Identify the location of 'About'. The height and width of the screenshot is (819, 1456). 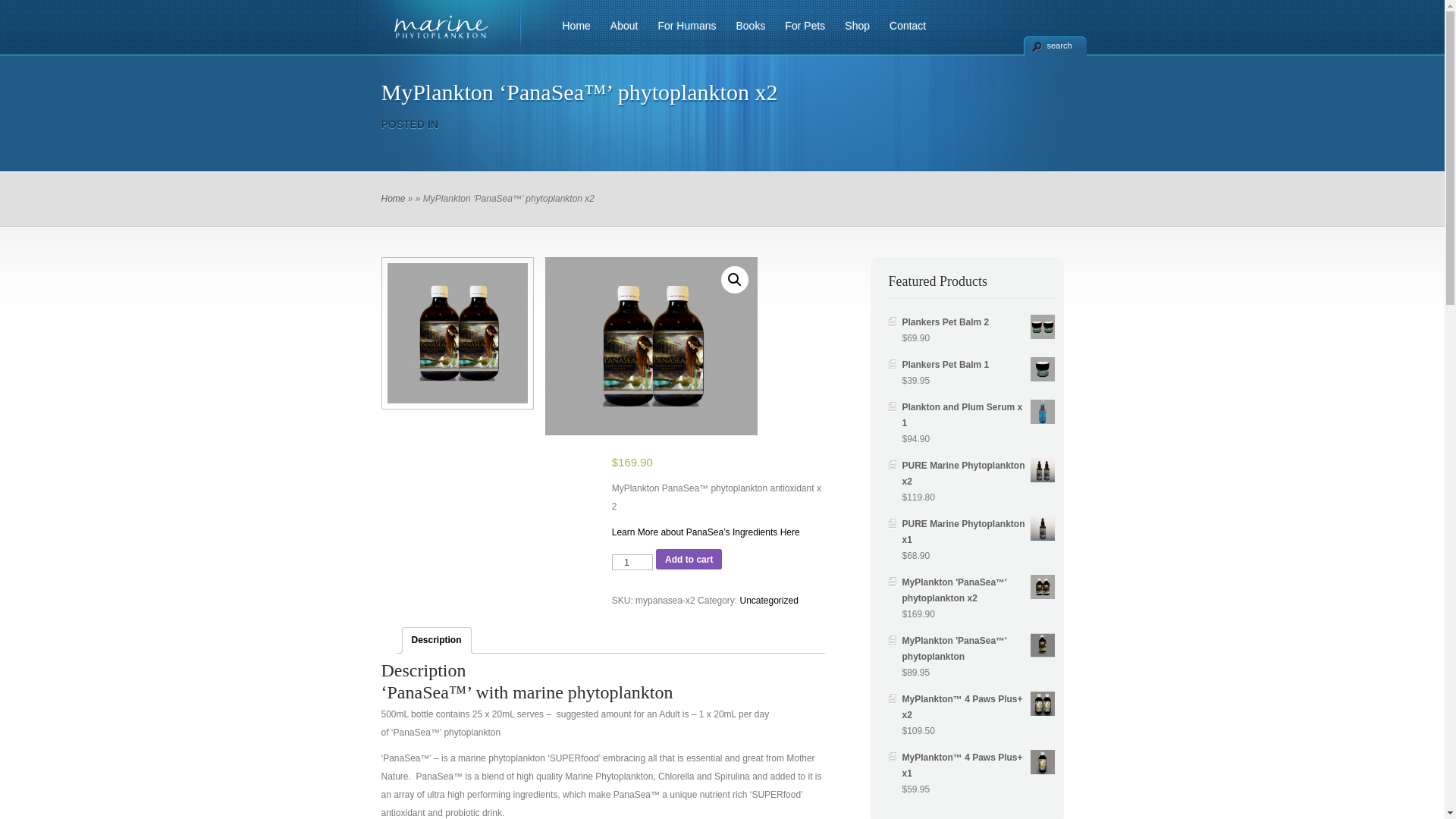
(619, 34).